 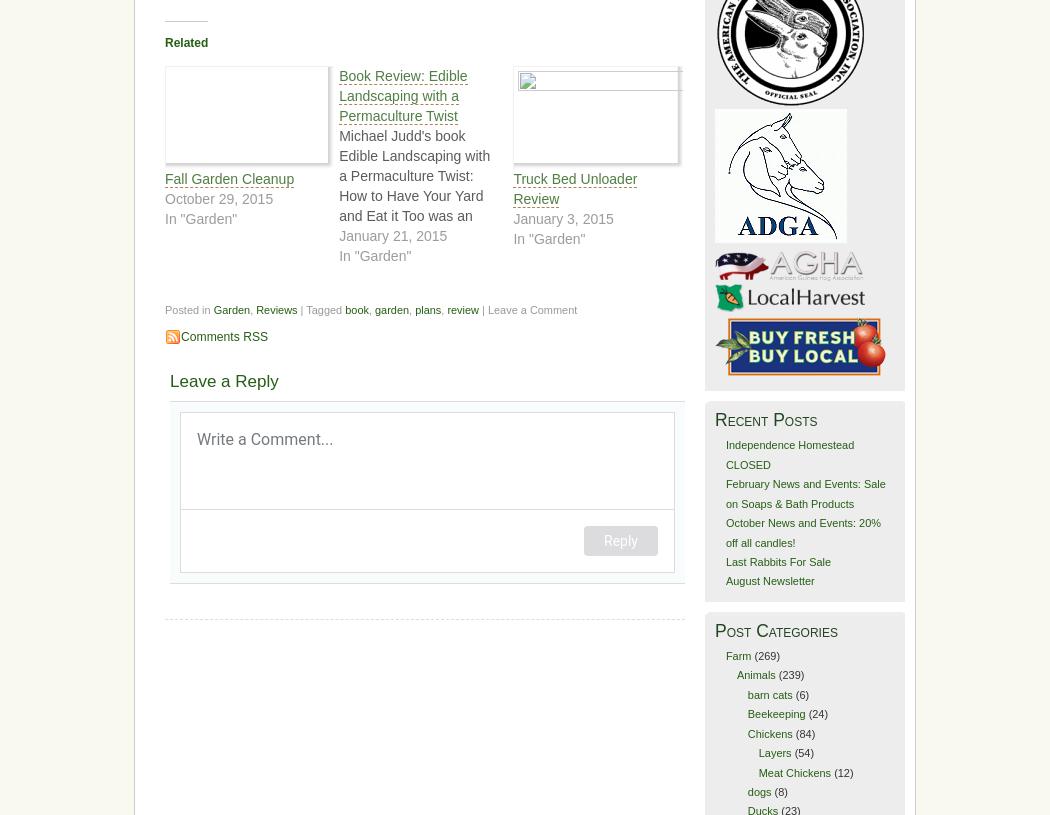 I want to click on 'February News and Events: Sale on Soaps & Bath Products', so click(x=804, y=493).